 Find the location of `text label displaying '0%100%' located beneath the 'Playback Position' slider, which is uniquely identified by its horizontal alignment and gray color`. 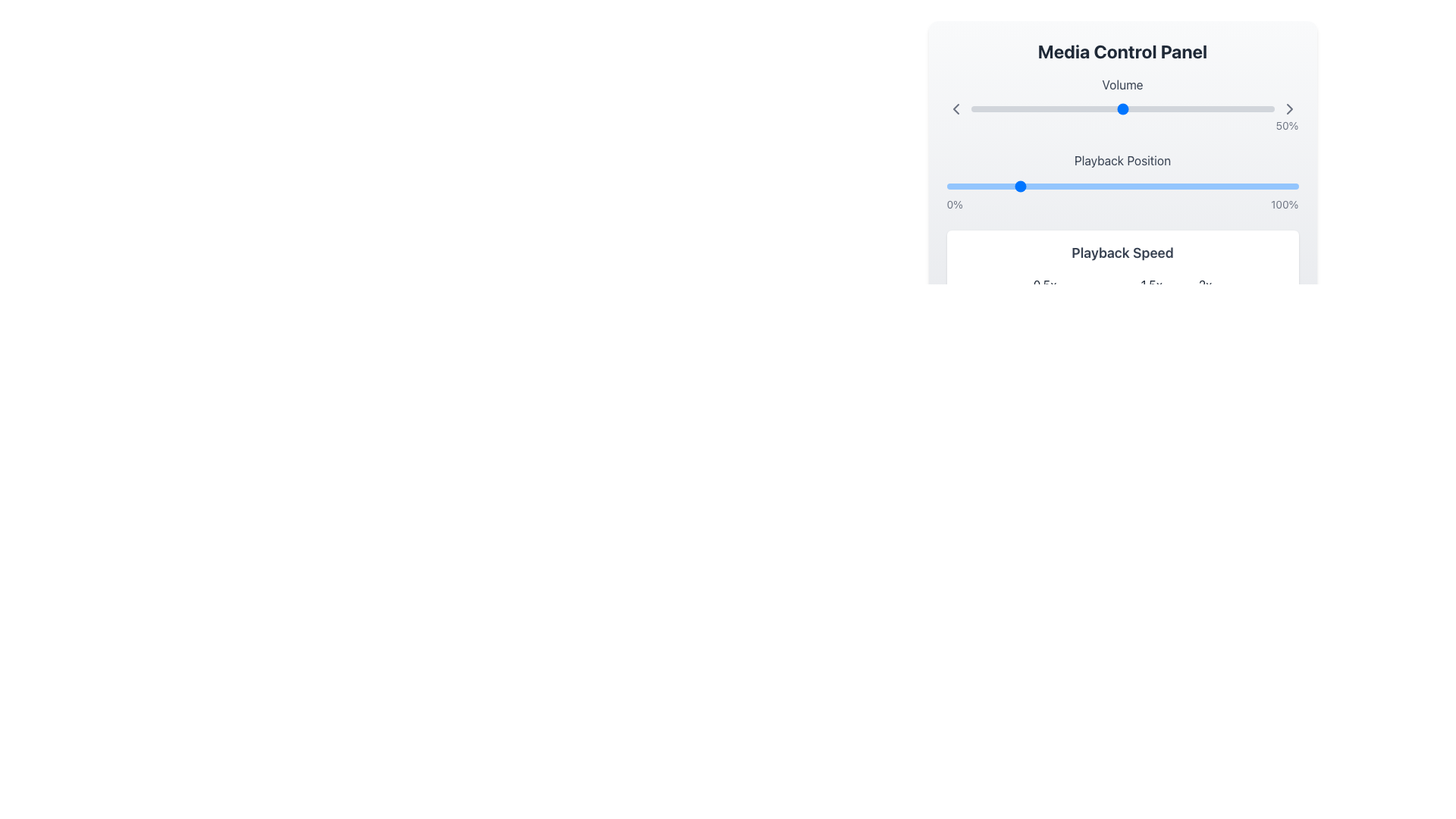

text label displaying '0%100%' located beneath the 'Playback Position' slider, which is uniquely identified by its horizontal alignment and gray color is located at coordinates (1122, 205).